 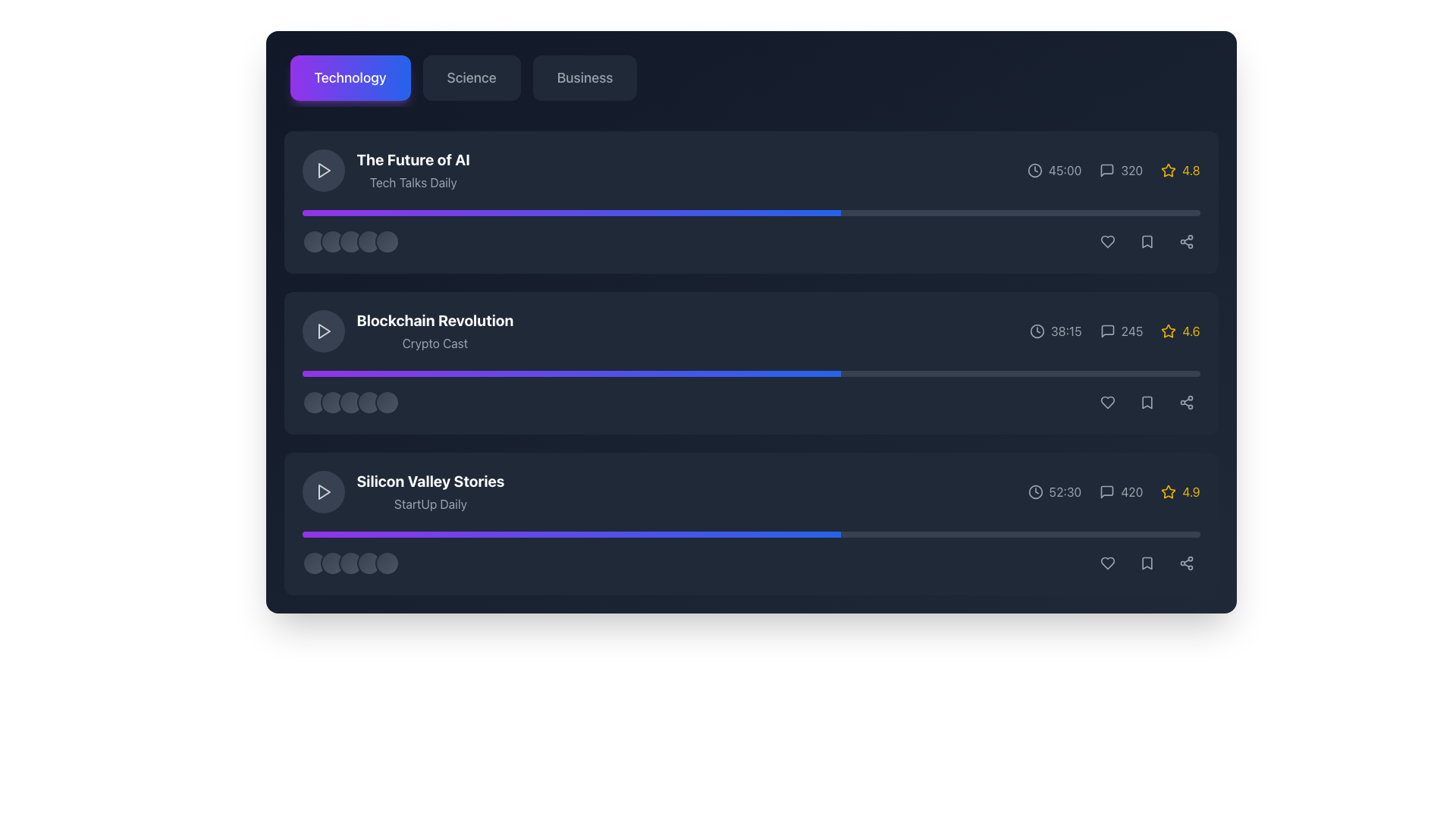 I want to click on text element styled in bold white font that reads 'Silicon Valley Stories', positioned above 'StartUp Daily' in the list item near the bottom of the displayed content, so click(x=429, y=482).